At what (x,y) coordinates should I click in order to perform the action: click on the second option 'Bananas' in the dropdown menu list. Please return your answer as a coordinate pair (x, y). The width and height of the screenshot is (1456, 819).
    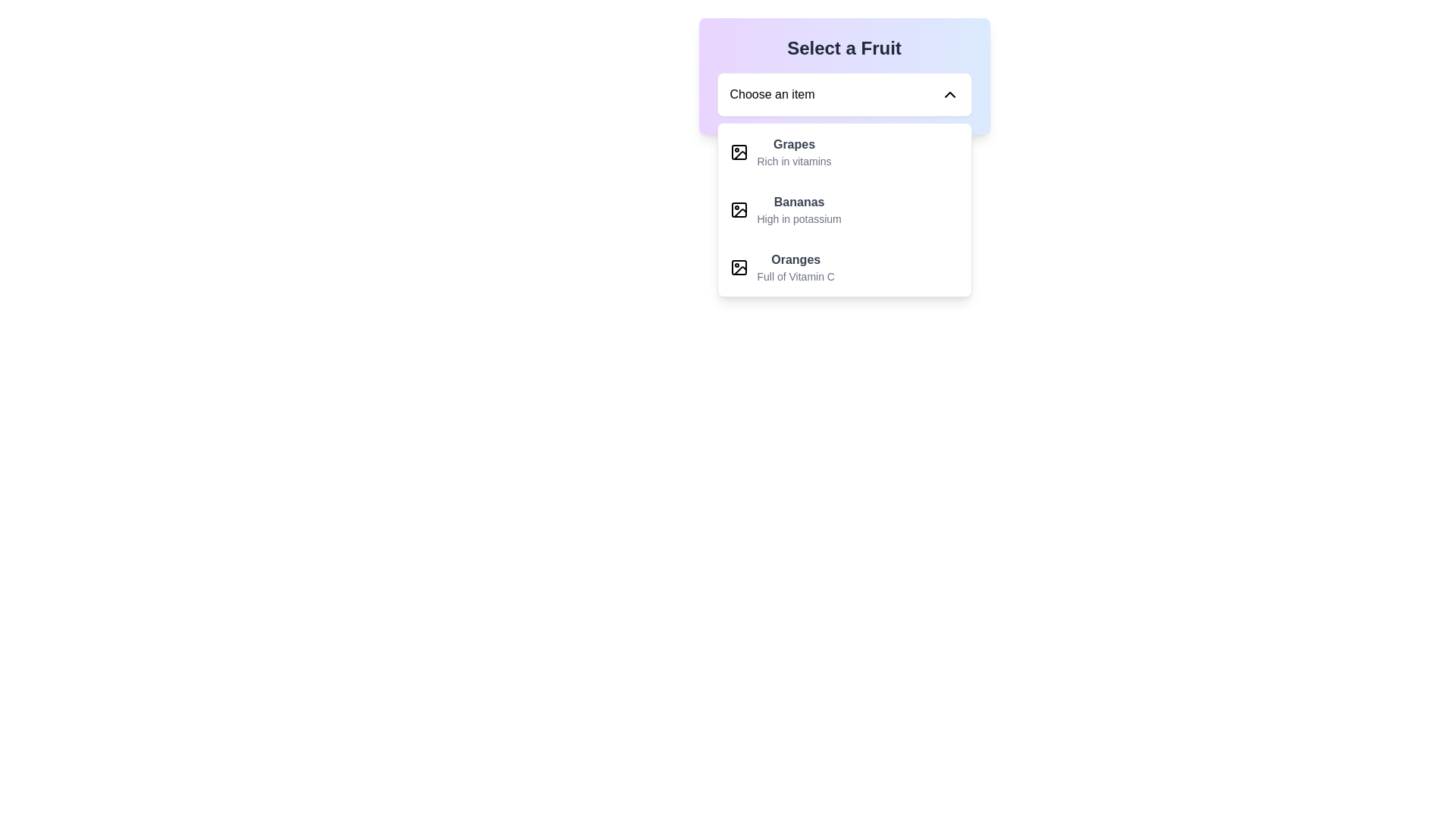
    Looking at the image, I should click on (843, 210).